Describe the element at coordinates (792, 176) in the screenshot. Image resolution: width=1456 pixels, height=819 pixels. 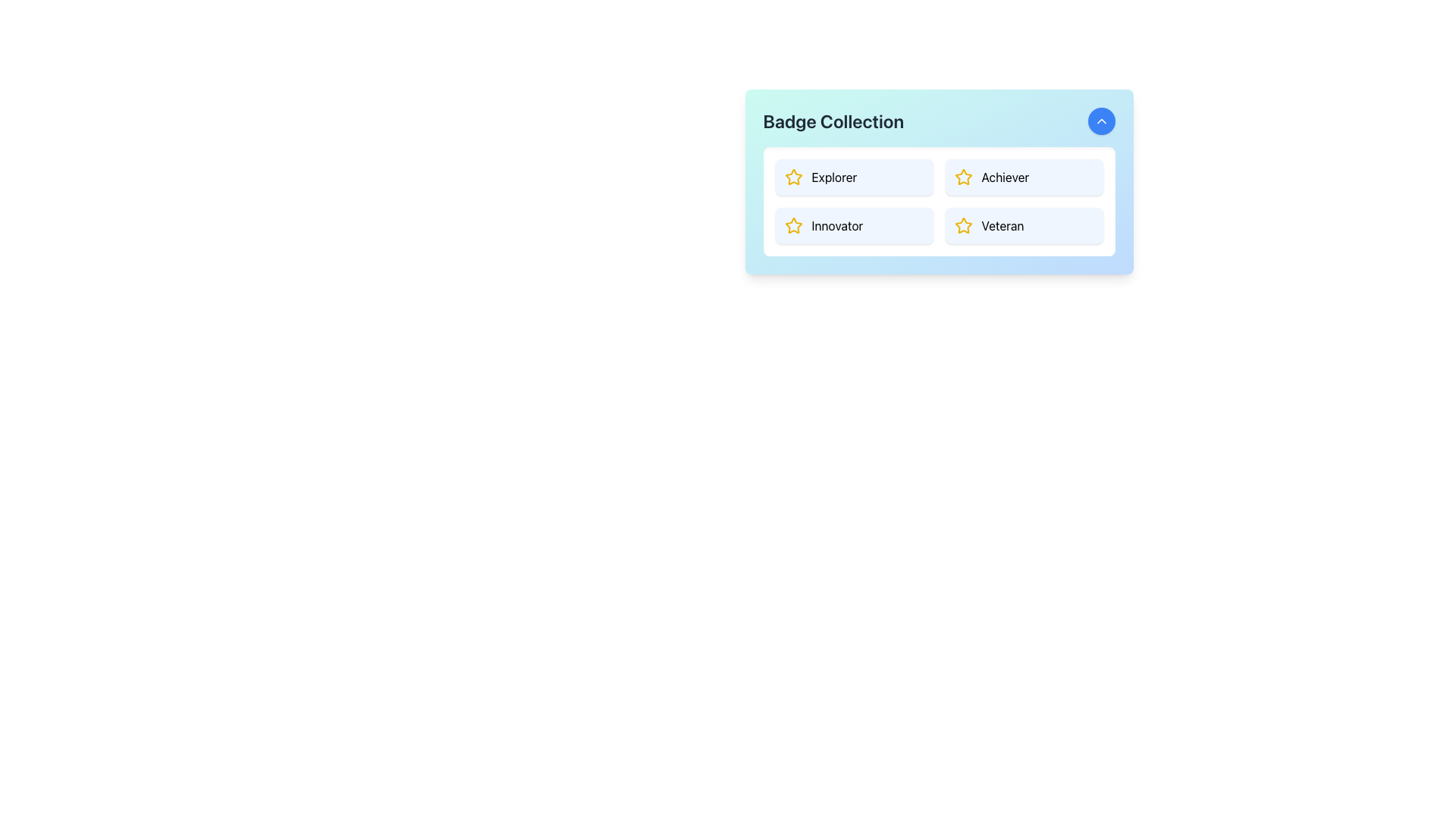
I see `the star icon representing the 'Explorer' badge located in the top-left corner of the grid under the 'Badge Collection' header` at that location.